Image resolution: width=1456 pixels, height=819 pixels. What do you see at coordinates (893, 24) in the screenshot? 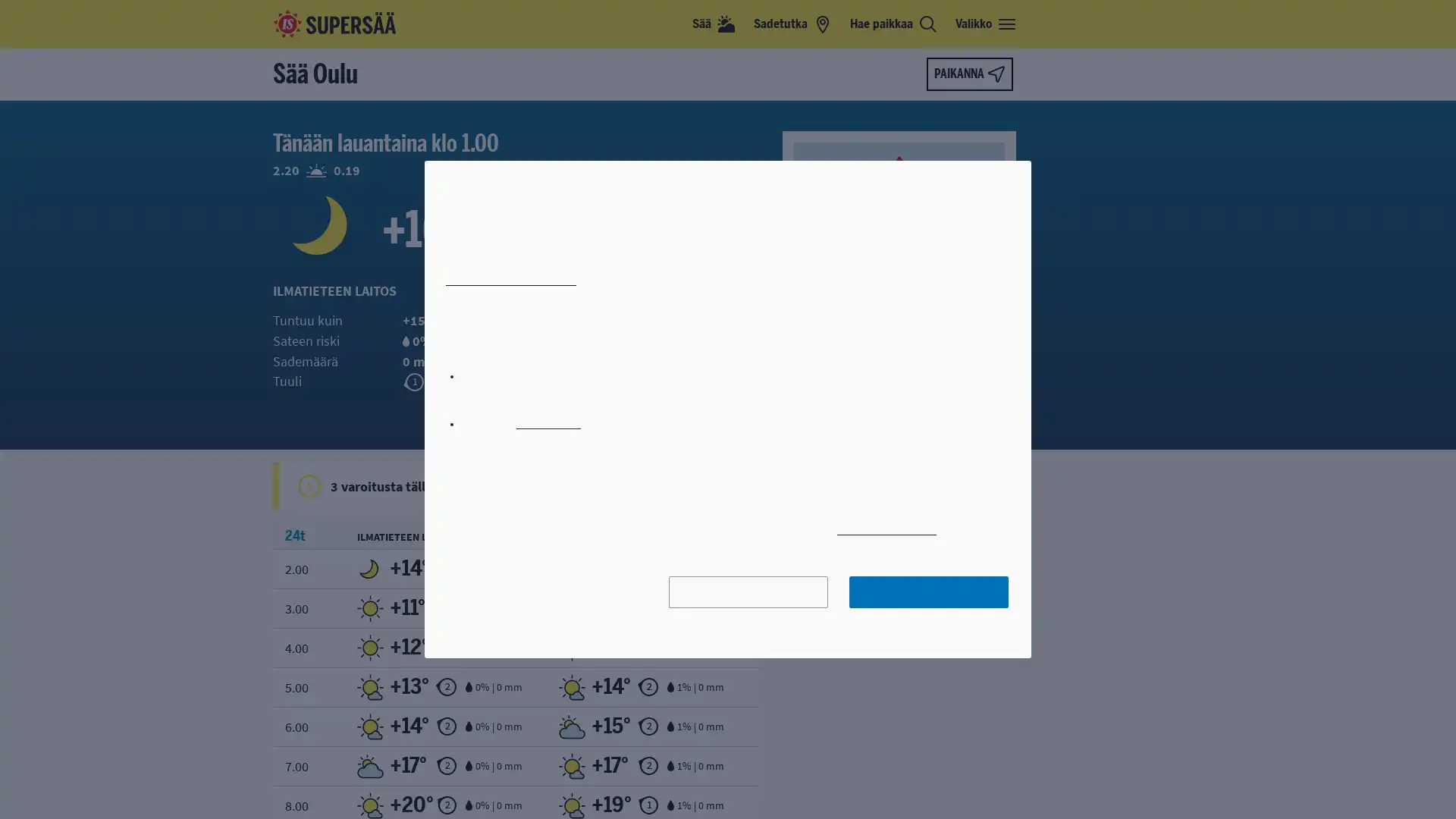
I see `Hae paikkaa` at bounding box center [893, 24].